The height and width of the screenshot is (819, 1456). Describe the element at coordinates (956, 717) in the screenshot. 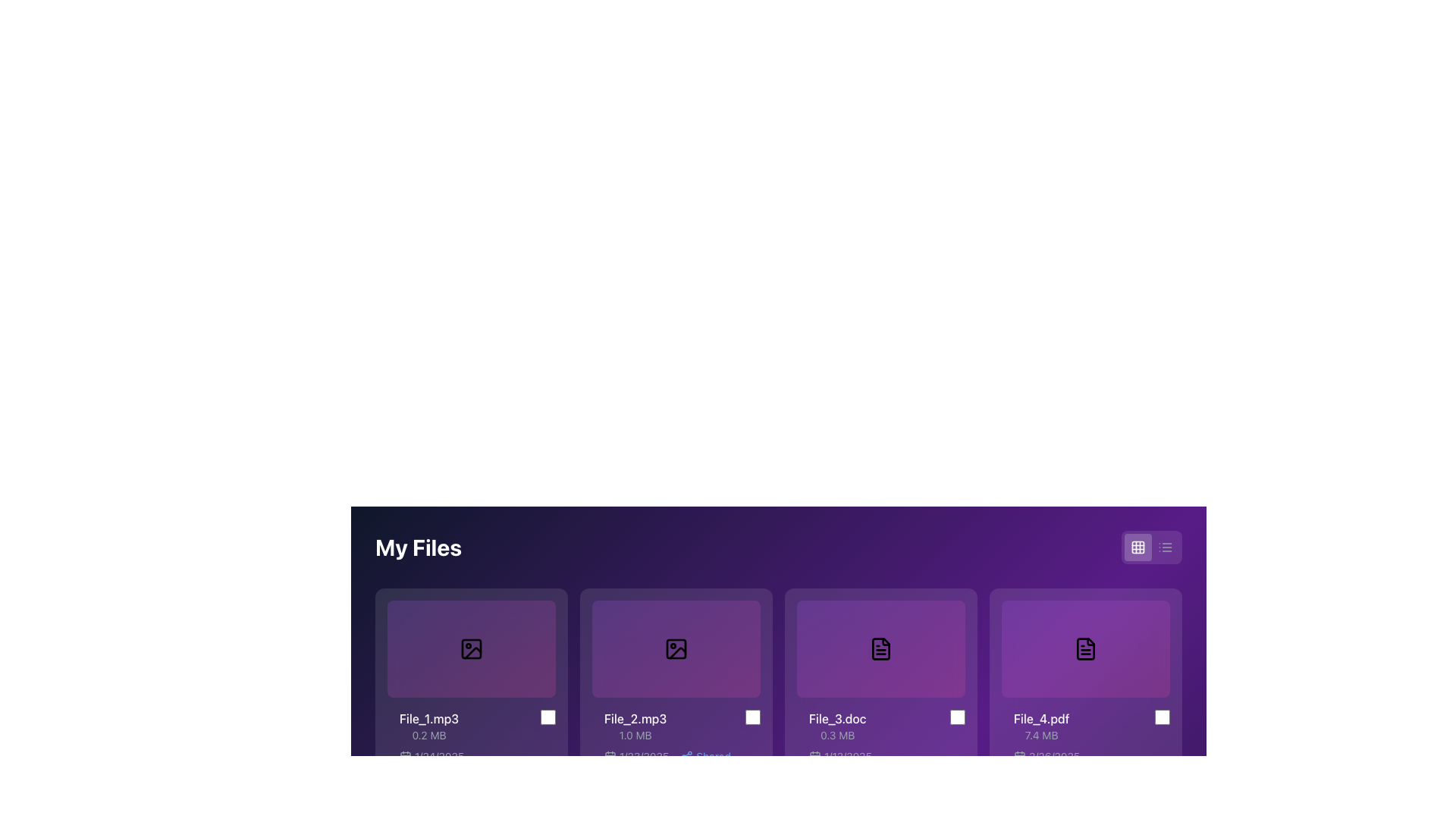

I see `the checkbox located at the bottom-right of the card displaying 'File_3.doc (0.3 MB)'` at that location.